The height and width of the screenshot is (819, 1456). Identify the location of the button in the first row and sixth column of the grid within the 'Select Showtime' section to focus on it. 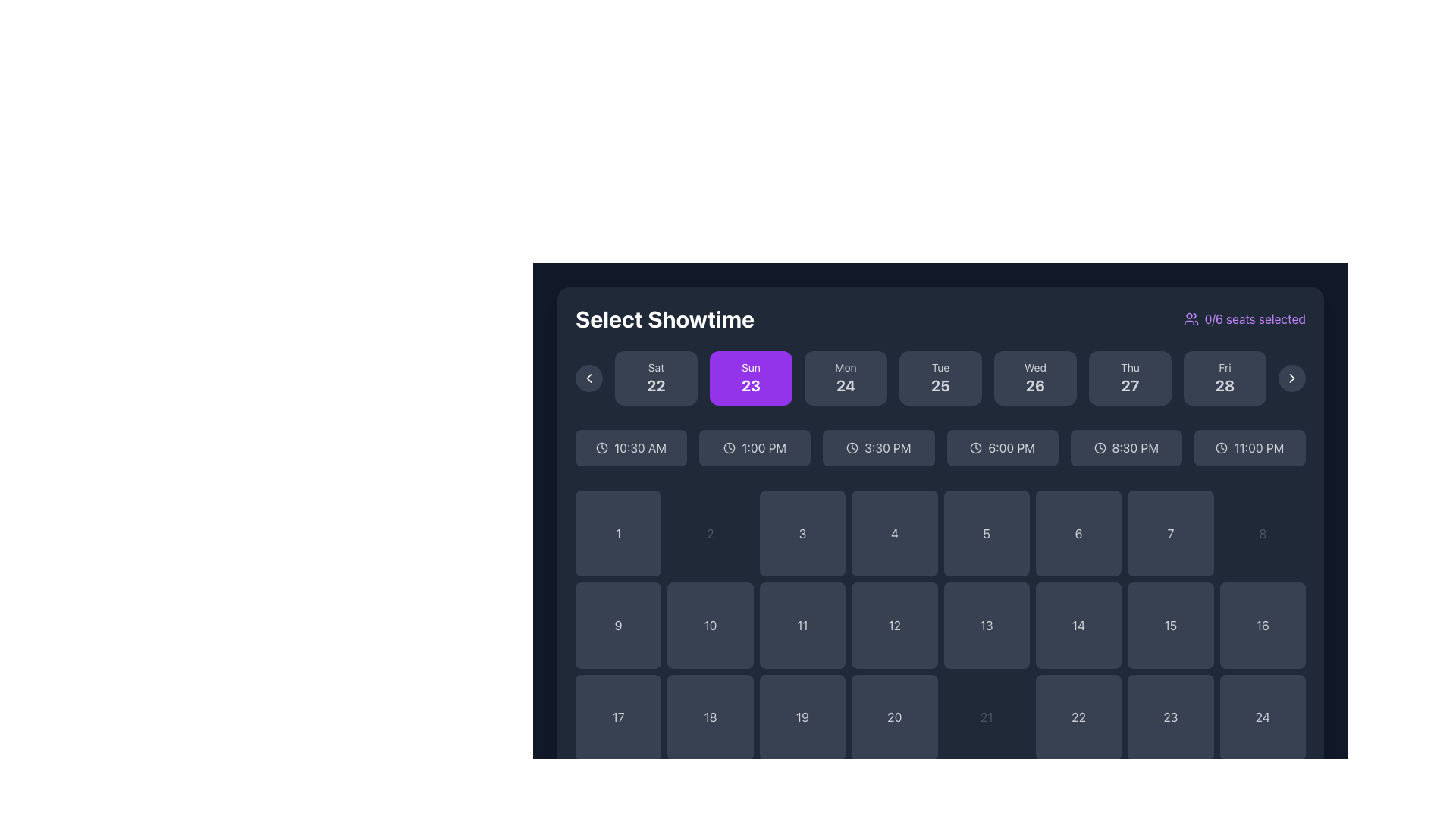
(1078, 532).